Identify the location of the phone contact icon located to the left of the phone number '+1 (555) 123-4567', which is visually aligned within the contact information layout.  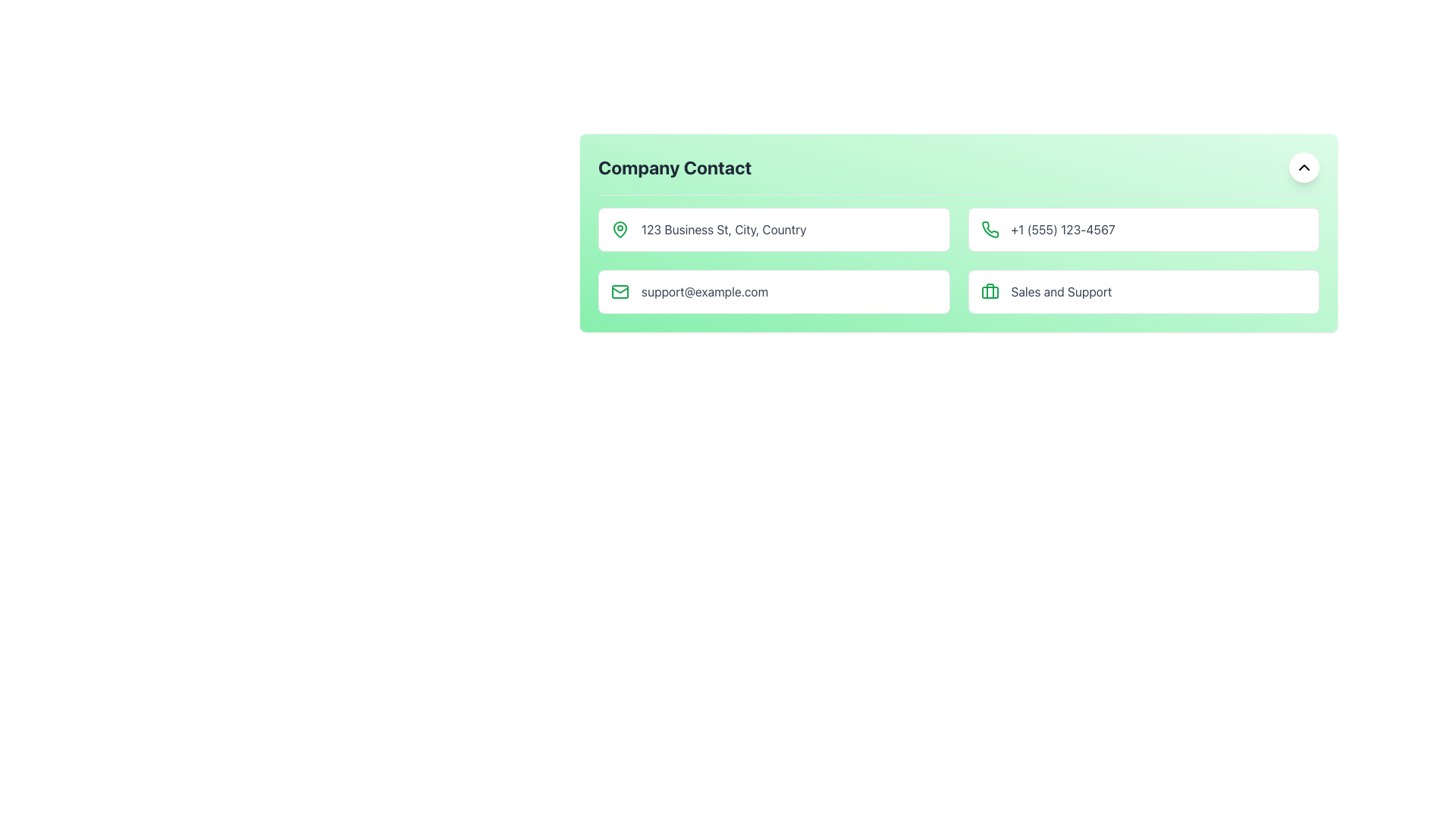
(990, 230).